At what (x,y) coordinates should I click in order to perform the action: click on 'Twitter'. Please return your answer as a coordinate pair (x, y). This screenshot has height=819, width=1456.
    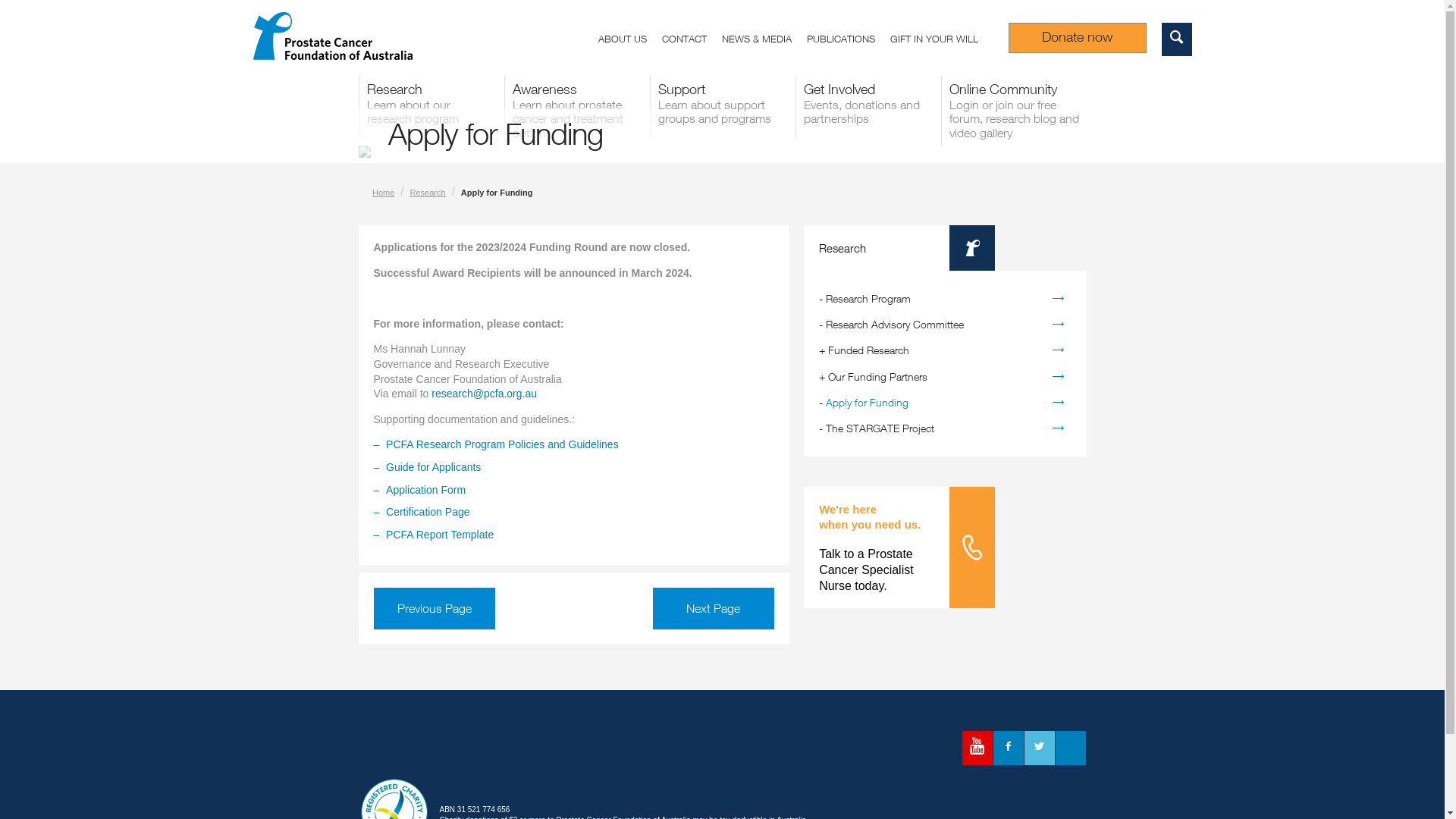
    Looking at the image, I should click on (1037, 747).